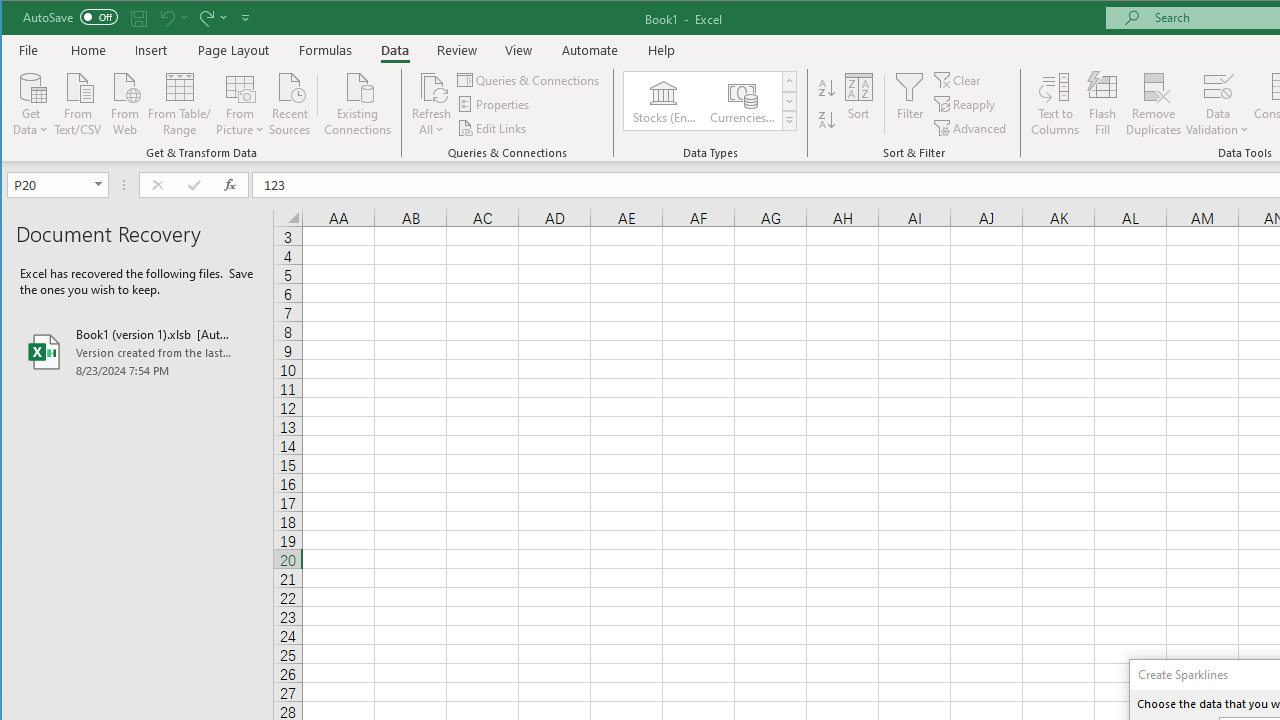  I want to click on 'Data Types', so click(788, 120).